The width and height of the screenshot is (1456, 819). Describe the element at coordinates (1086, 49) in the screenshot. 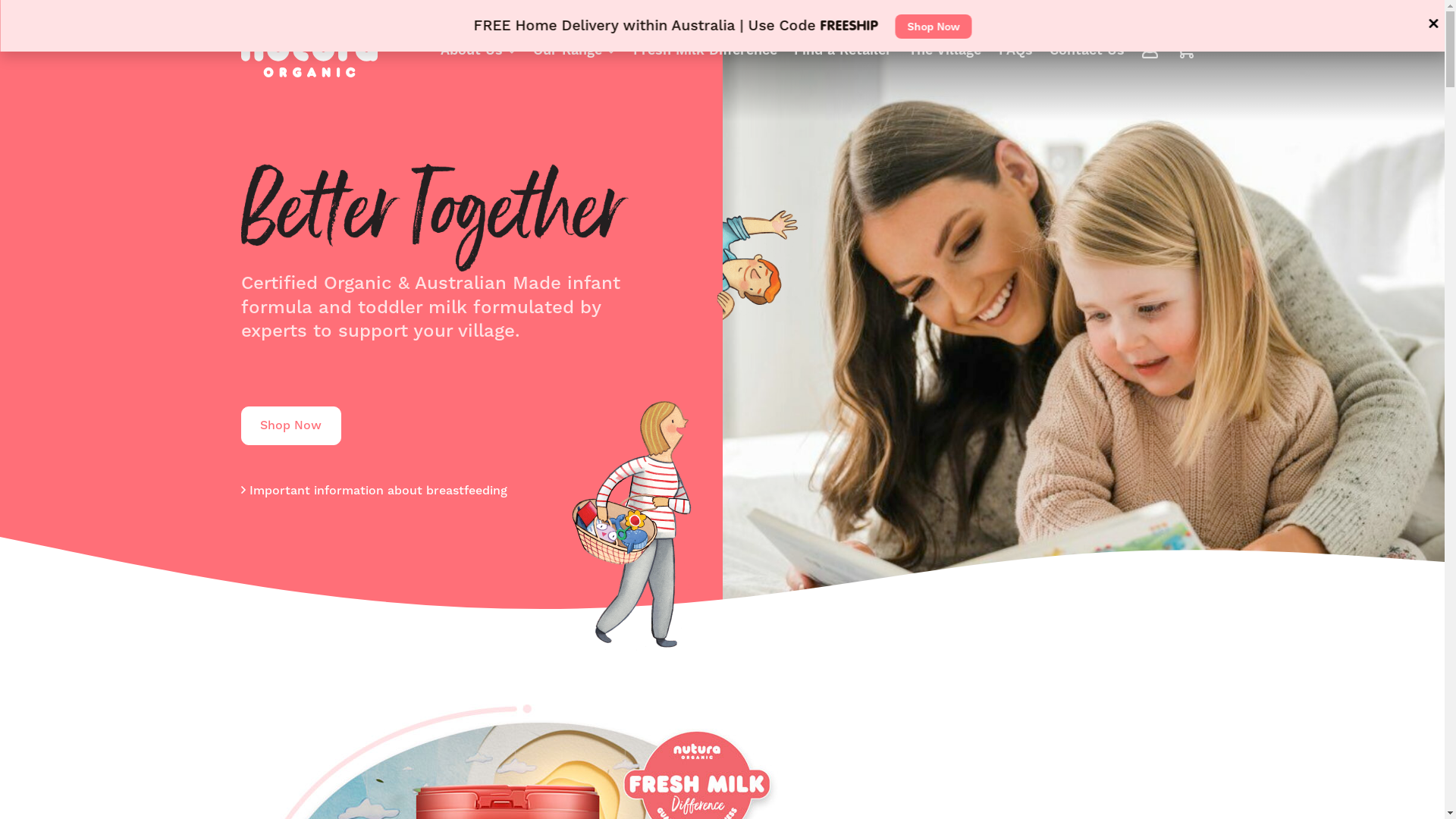

I see `'Contact Us'` at that location.